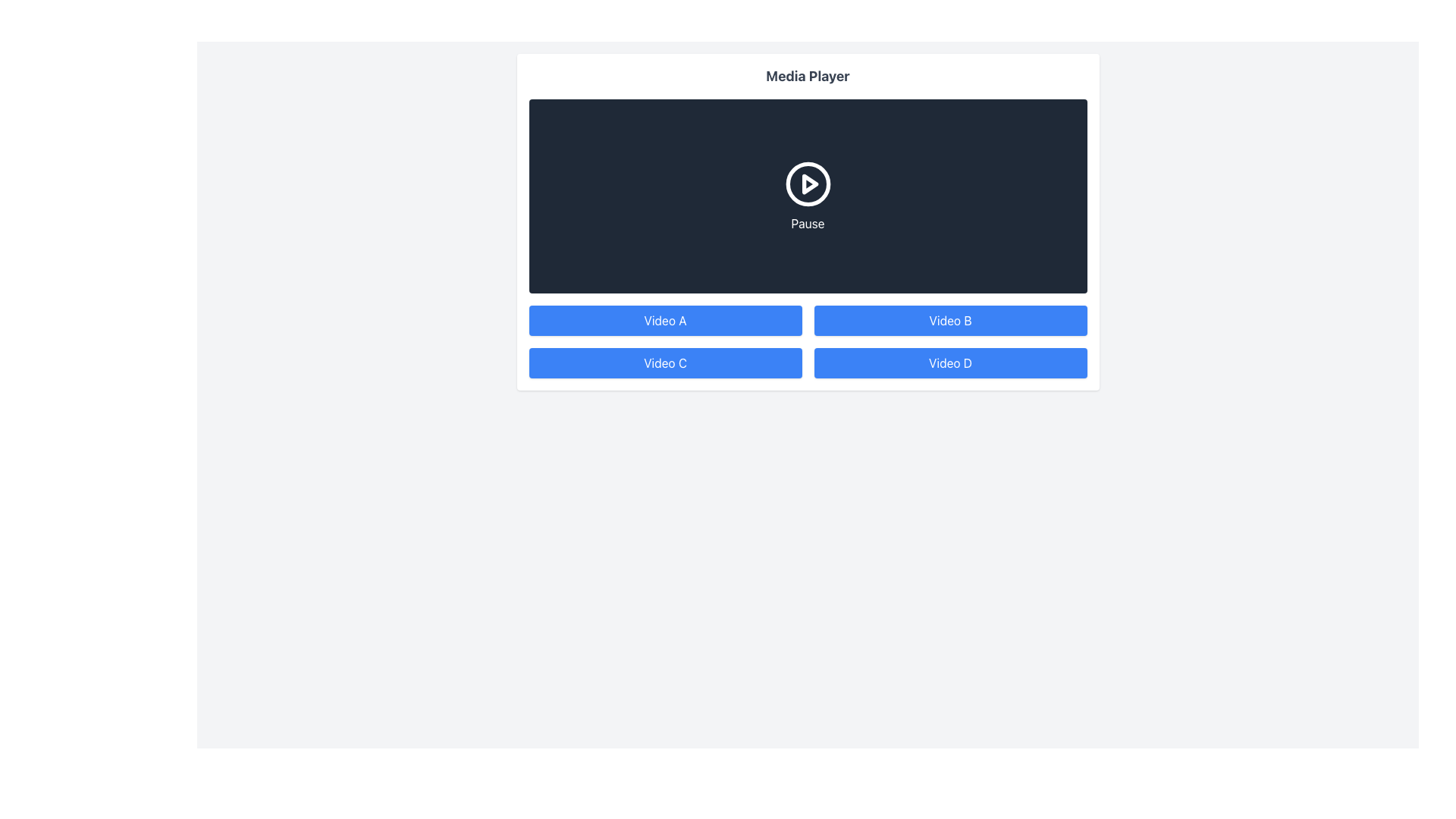 The image size is (1456, 819). I want to click on the button labeled 'Video B', so click(949, 320).